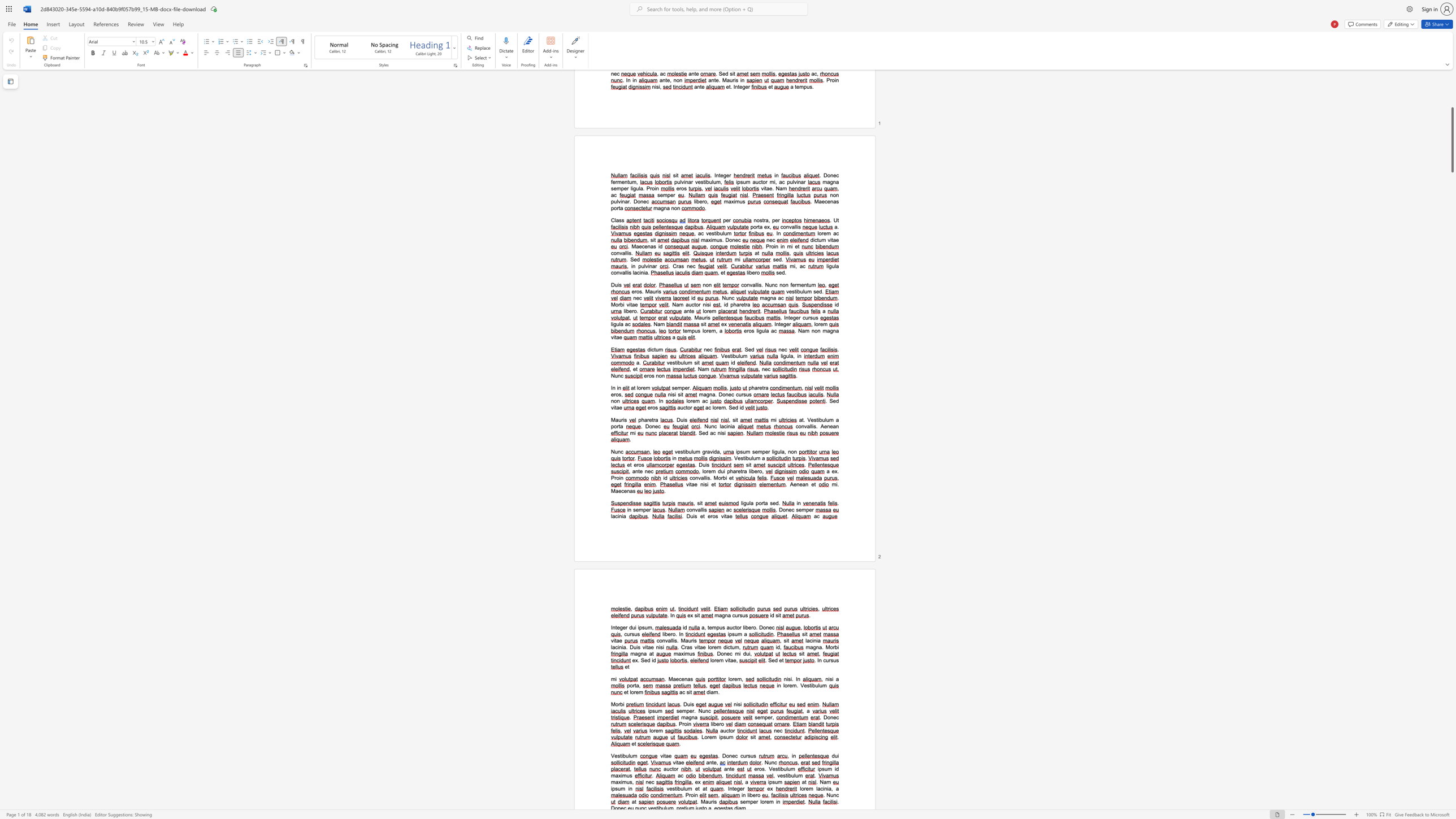 Image resolution: width=1456 pixels, height=819 pixels. Describe the element at coordinates (824, 685) in the screenshot. I see `the 2th character "m" in the text` at that location.